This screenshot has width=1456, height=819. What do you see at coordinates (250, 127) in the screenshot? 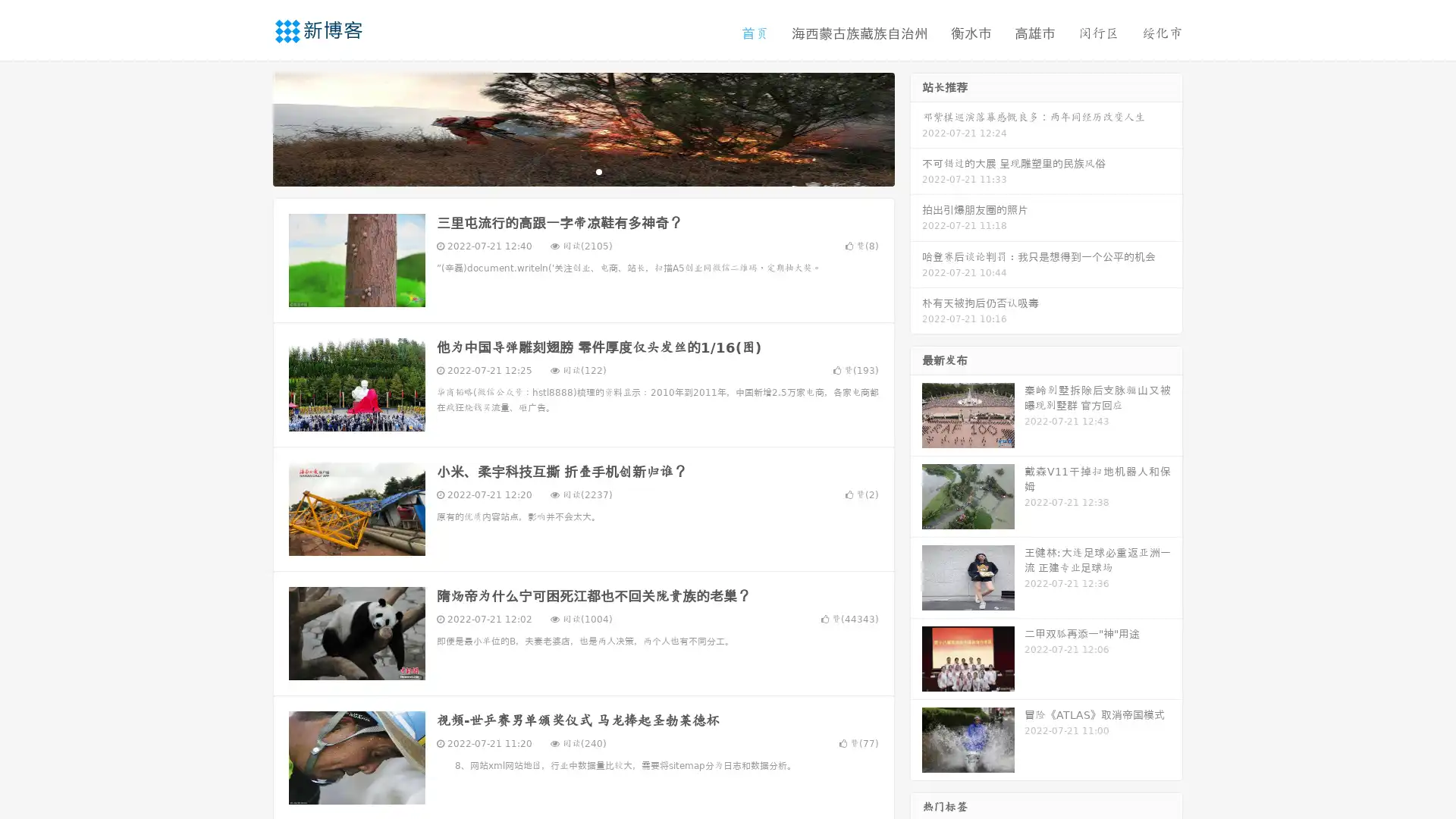
I see `Previous slide` at bounding box center [250, 127].